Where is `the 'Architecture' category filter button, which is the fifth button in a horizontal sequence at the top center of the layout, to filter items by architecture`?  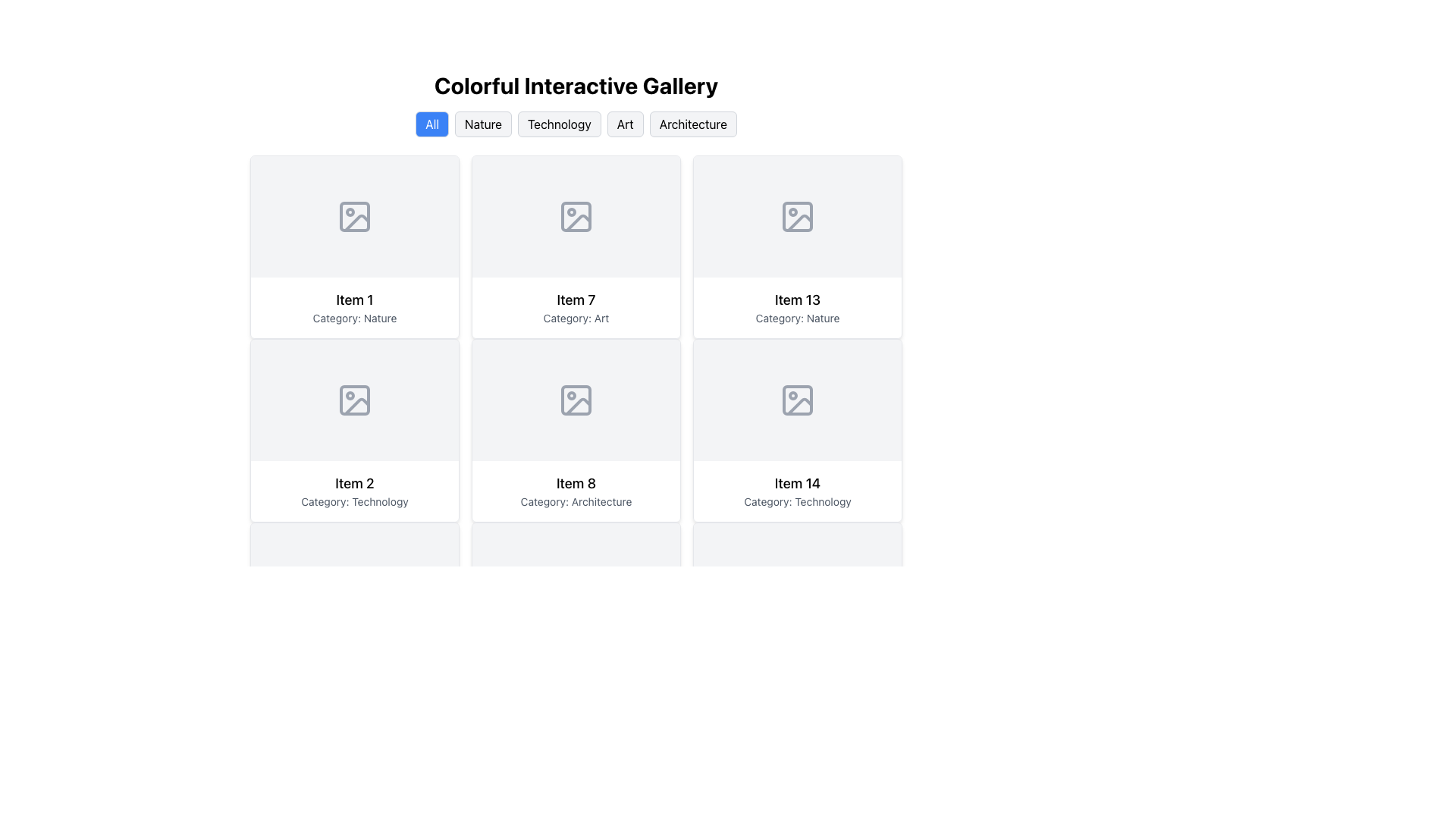
the 'Architecture' category filter button, which is the fifth button in a horizontal sequence at the top center of the layout, to filter items by architecture is located at coordinates (692, 124).